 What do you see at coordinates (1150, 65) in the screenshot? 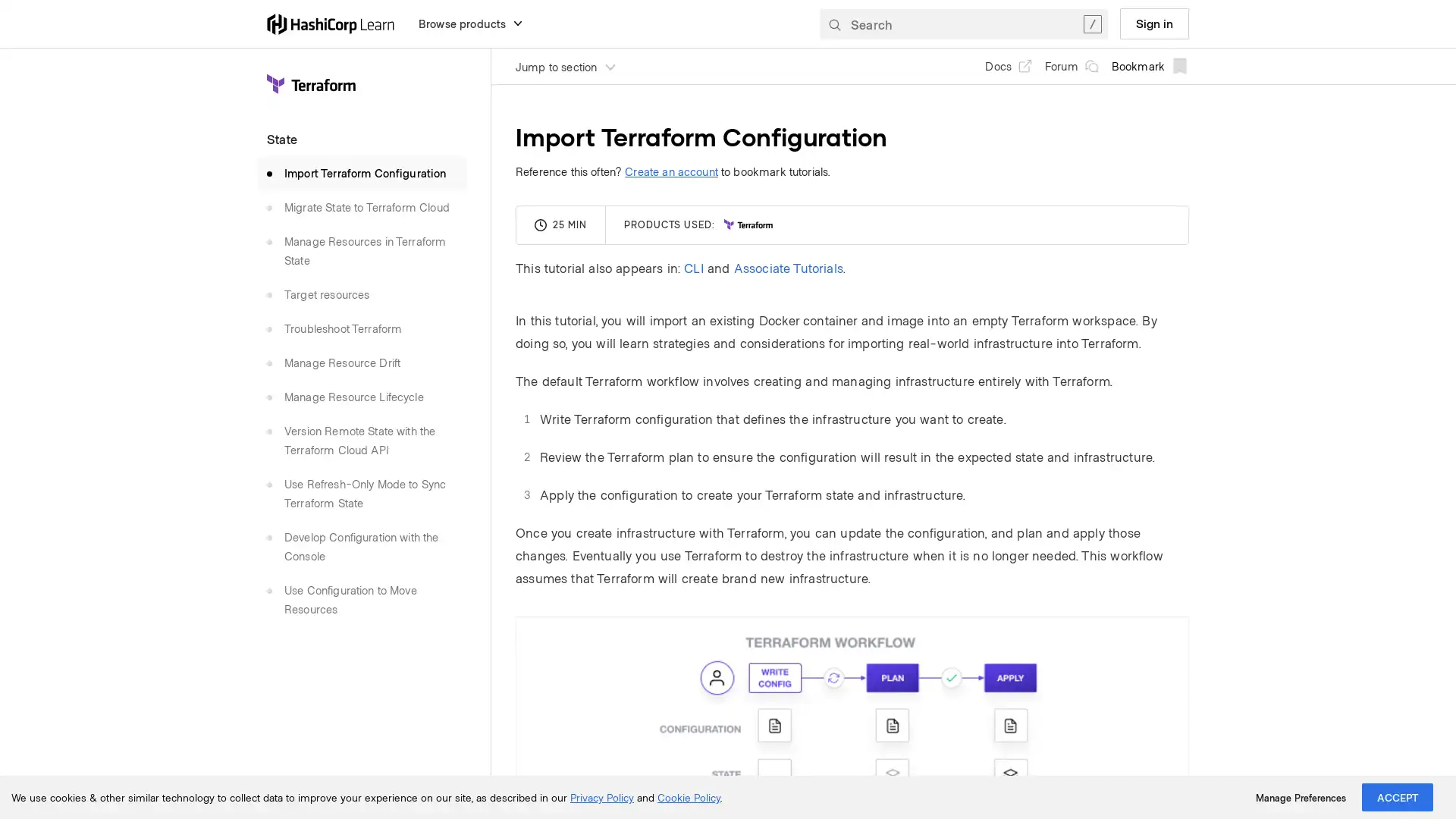
I see `Add bookmark for: Import Terraform Configuration` at bounding box center [1150, 65].